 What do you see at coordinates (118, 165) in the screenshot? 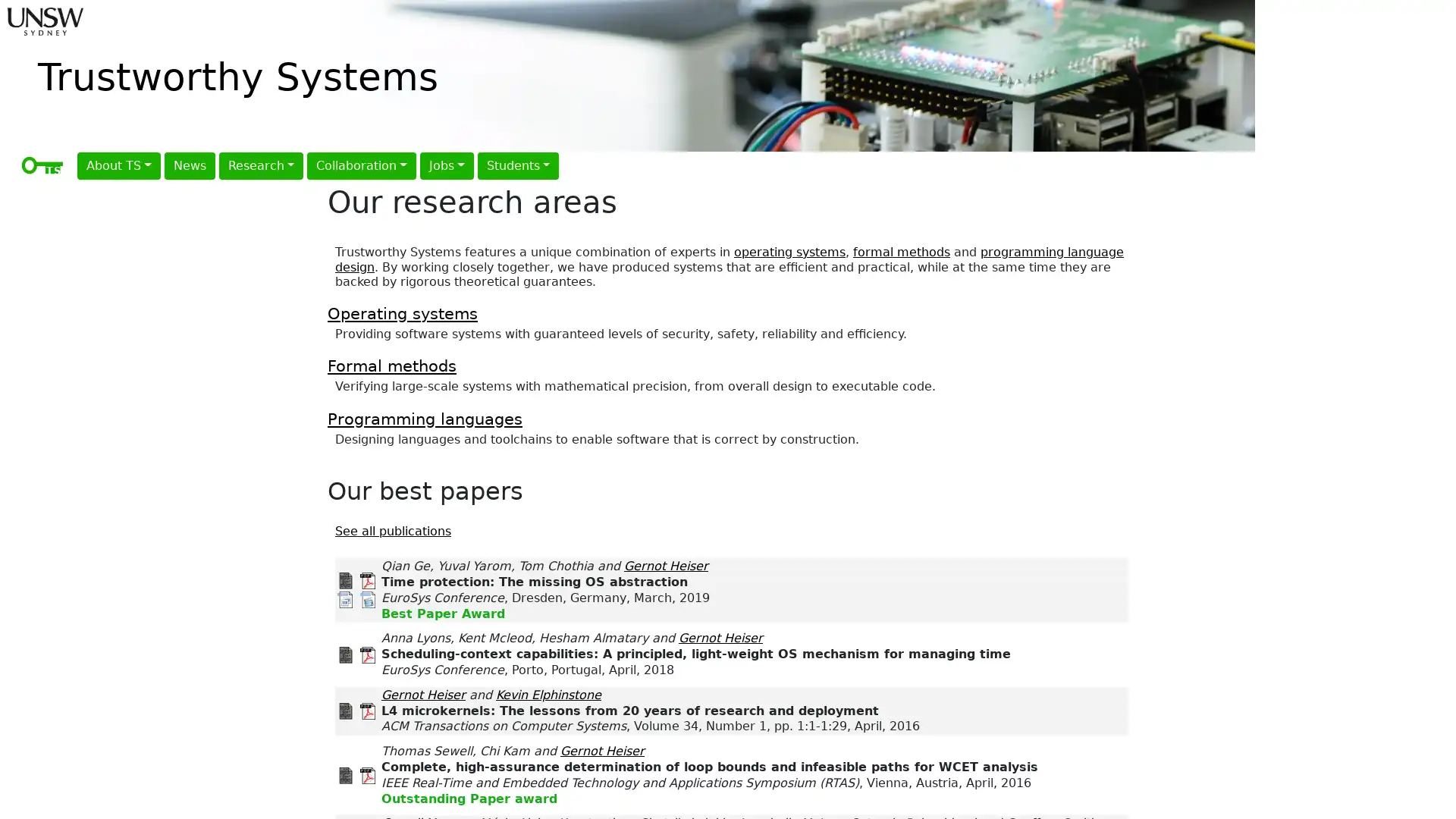
I see `About TS` at bounding box center [118, 165].